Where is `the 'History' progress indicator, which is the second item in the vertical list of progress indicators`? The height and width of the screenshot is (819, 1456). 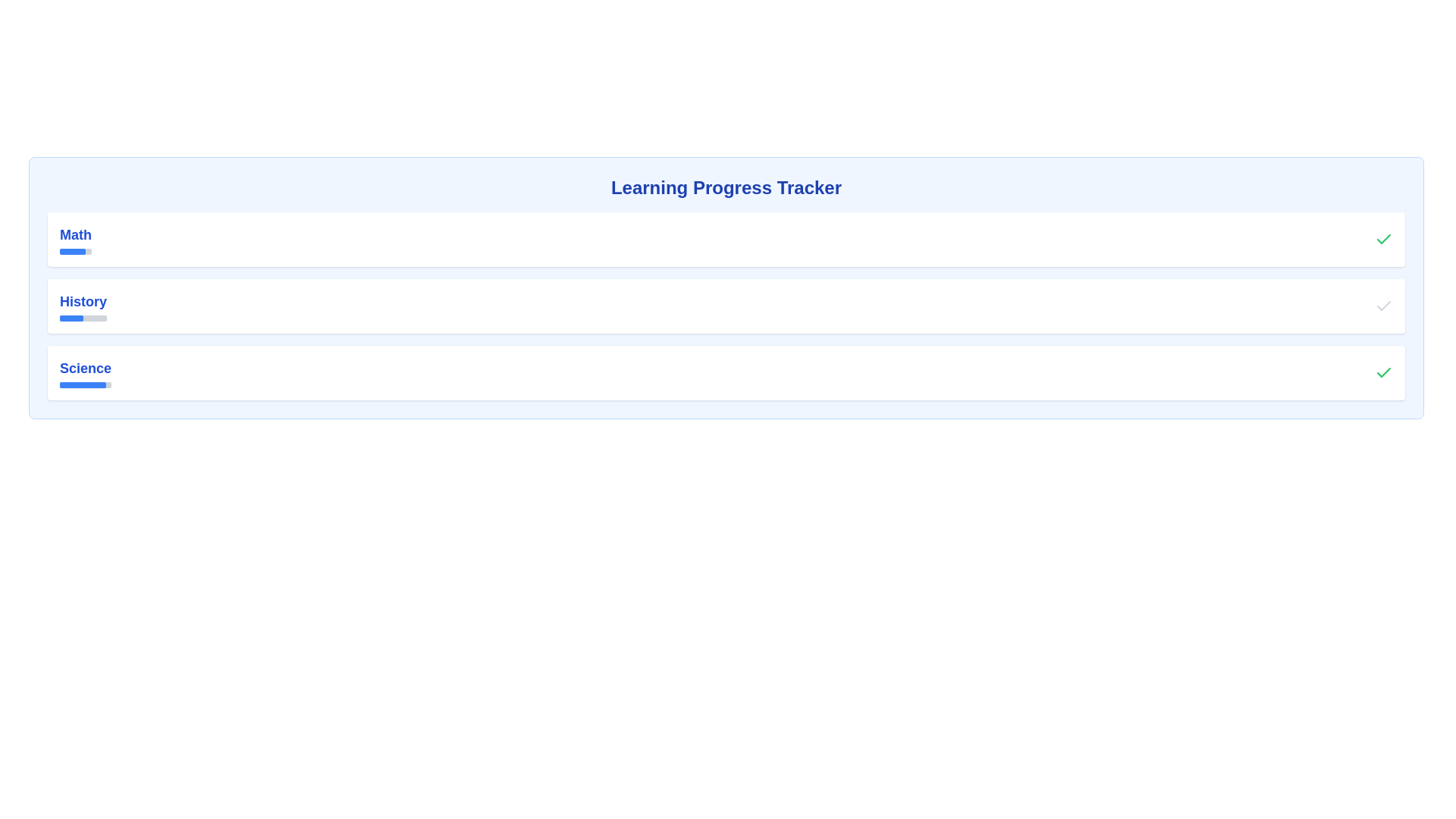
the 'History' progress indicator, which is the second item in the vertical list of progress indicators is located at coordinates (83, 306).